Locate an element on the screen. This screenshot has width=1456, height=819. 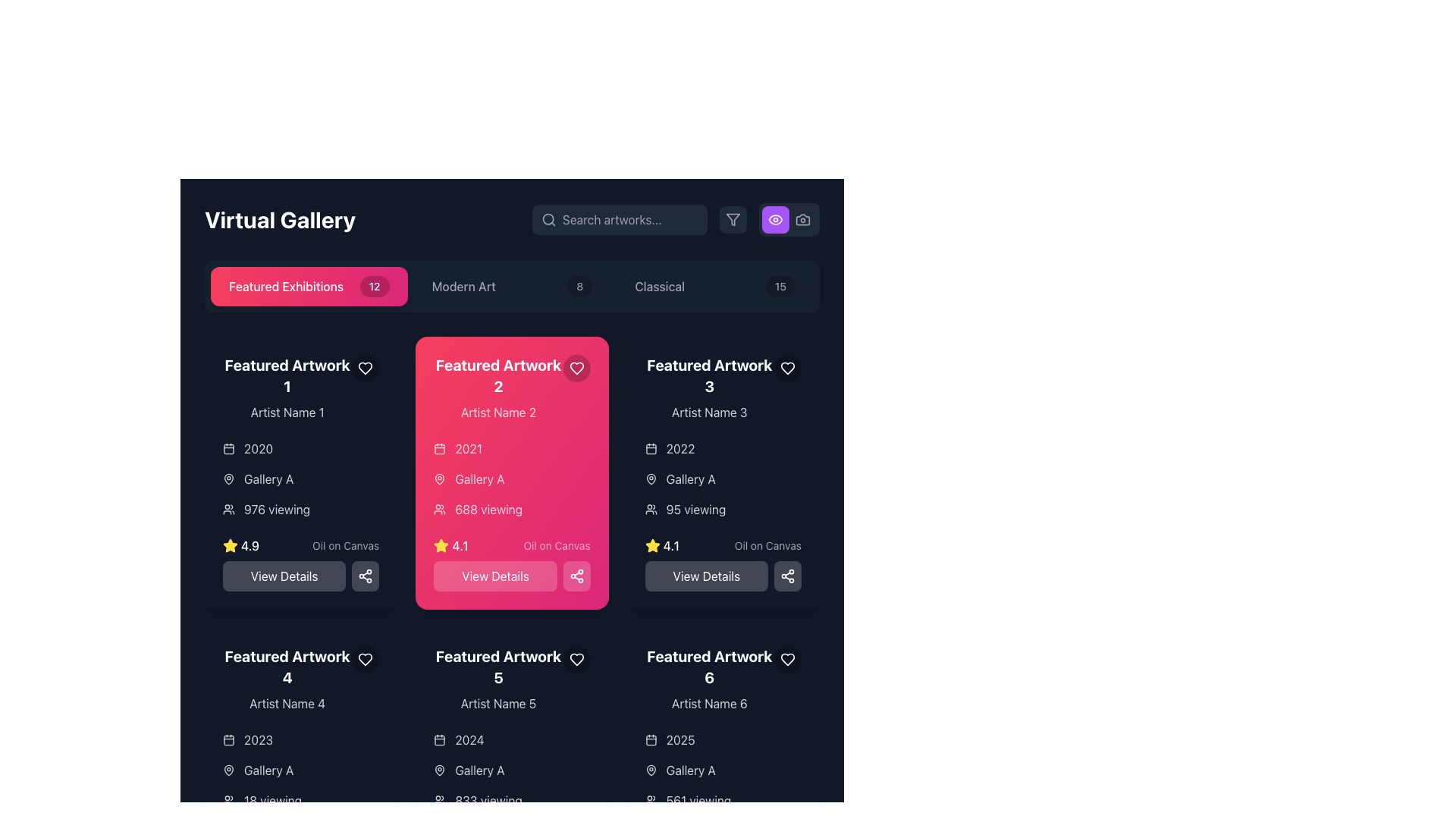
text label displaying 'Artist Name 4' located below the heading 'Featured Artwork 4' in the lower left quadrant of the gallery interface is located at coordinates (287, 704).